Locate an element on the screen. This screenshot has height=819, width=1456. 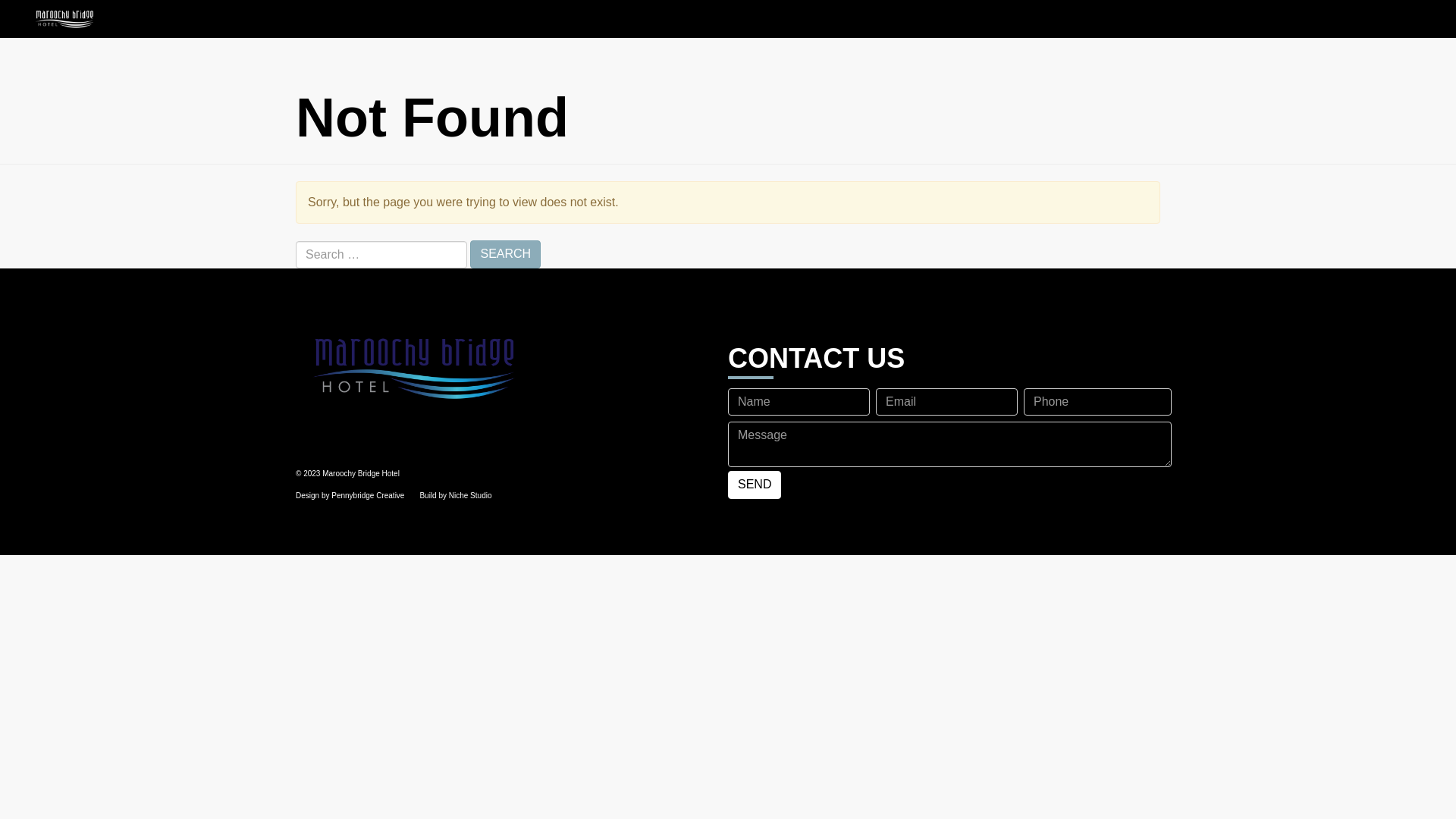
'Search' is located at coordinates (505, 253).